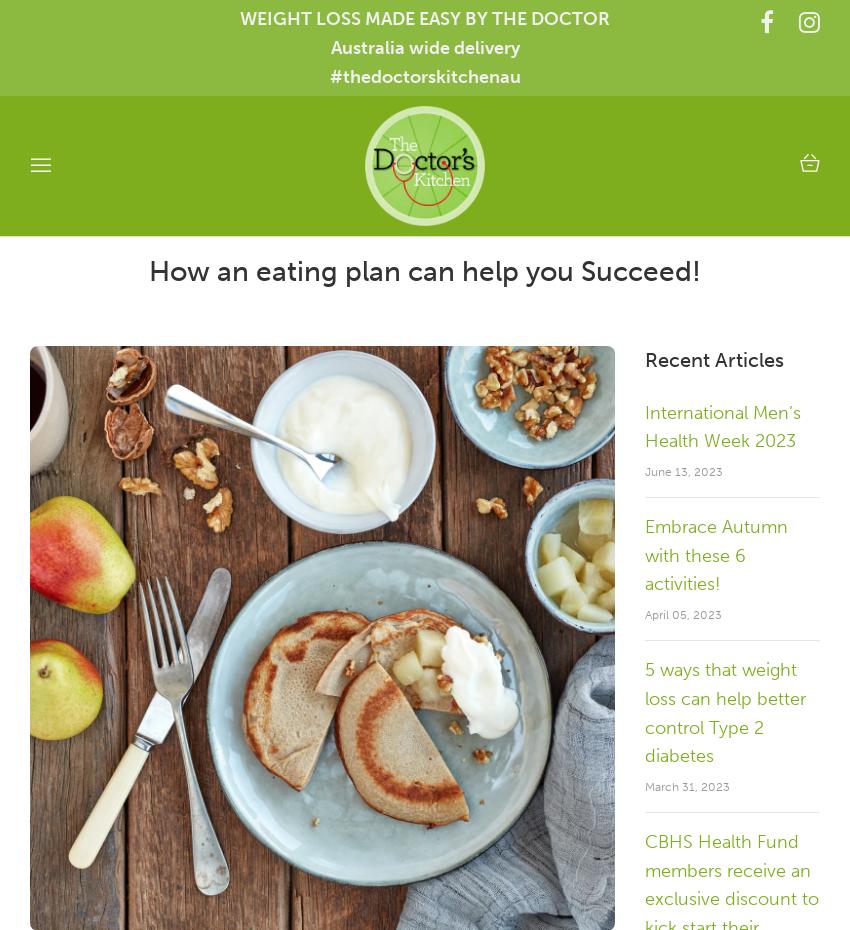  What do you see at coordinates (715, 555) in the screenshot?
I see `'Embrace Autumn with these 6 activities!'` at bounding box center [715, 555].